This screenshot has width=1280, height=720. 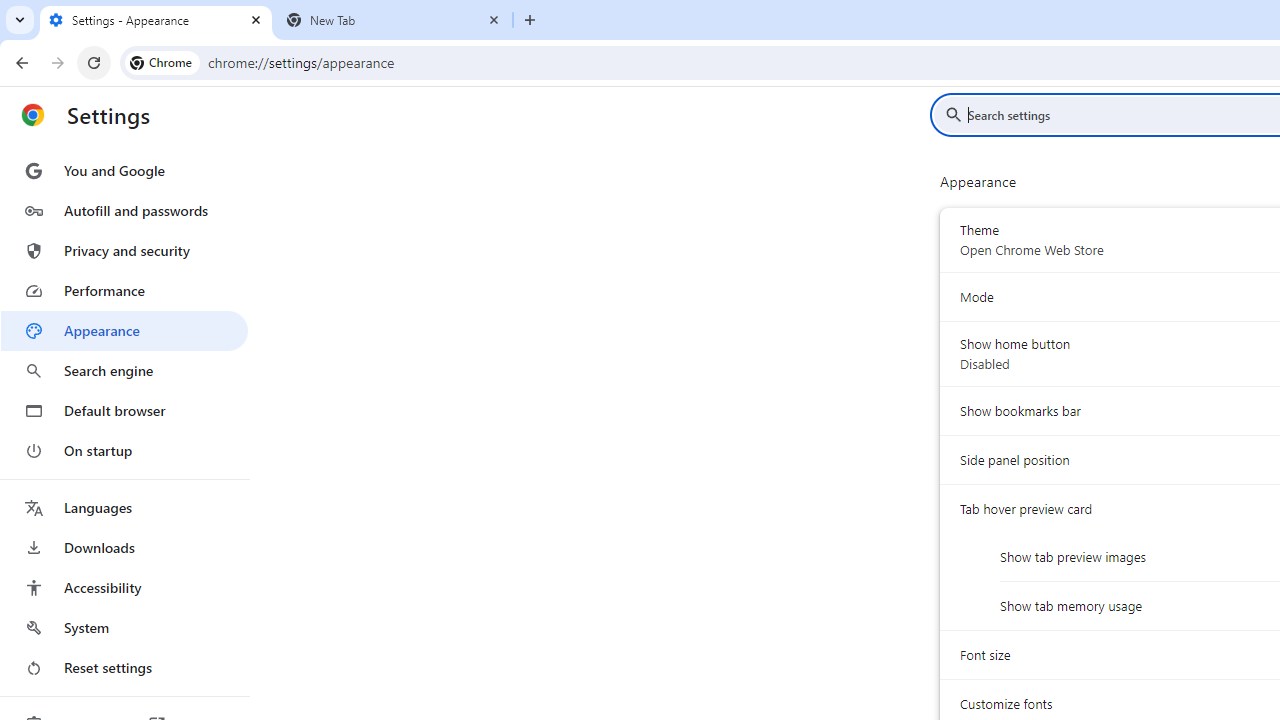 I want to click on 'Privacy and security', so click(x=123, y=249).